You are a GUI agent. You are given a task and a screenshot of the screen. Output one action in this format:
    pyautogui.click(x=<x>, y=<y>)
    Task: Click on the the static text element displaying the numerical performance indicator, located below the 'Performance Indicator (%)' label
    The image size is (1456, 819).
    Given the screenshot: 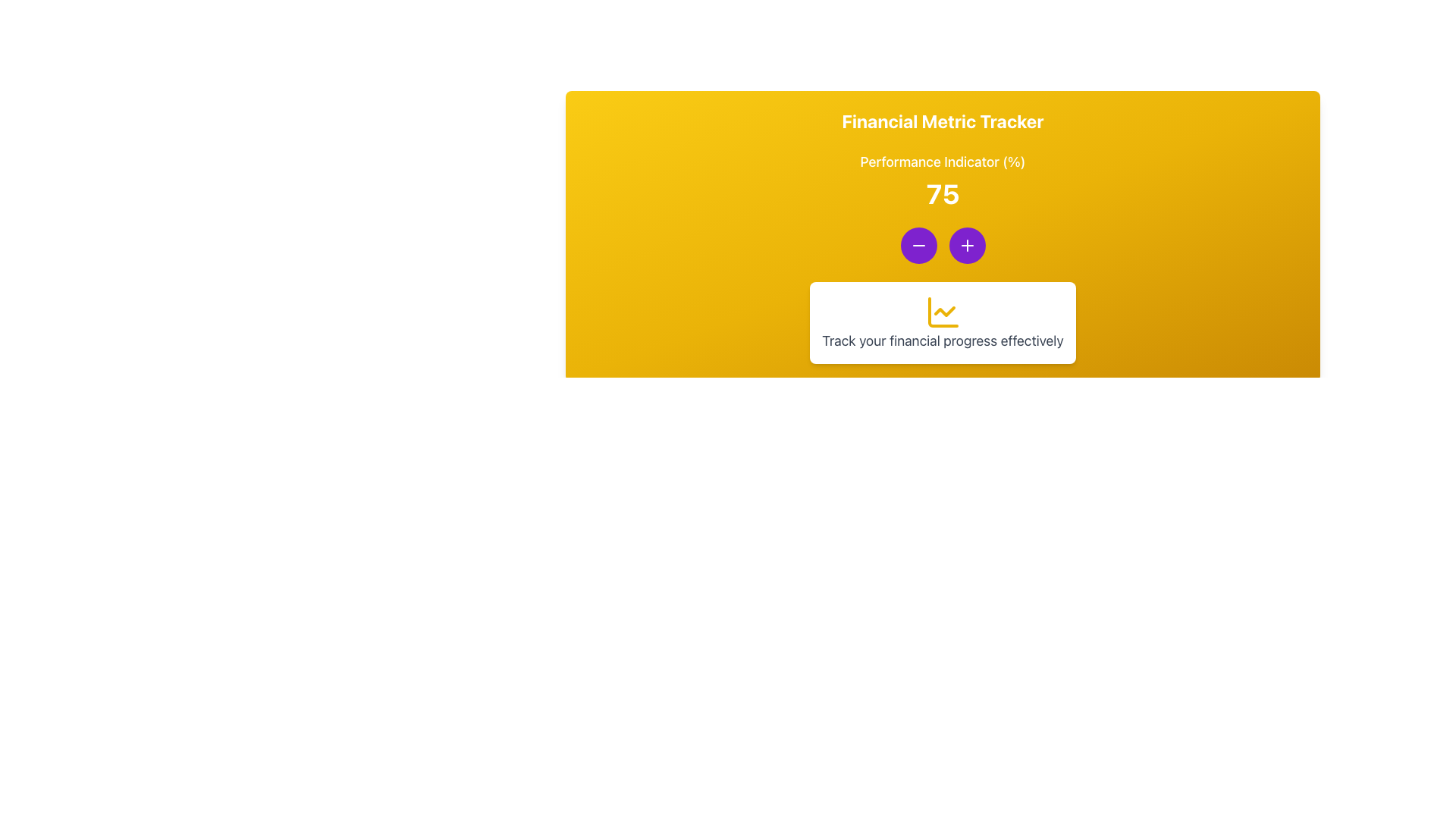 What is the action you would take?
    pyautogui.click(x=942, y=193)
    